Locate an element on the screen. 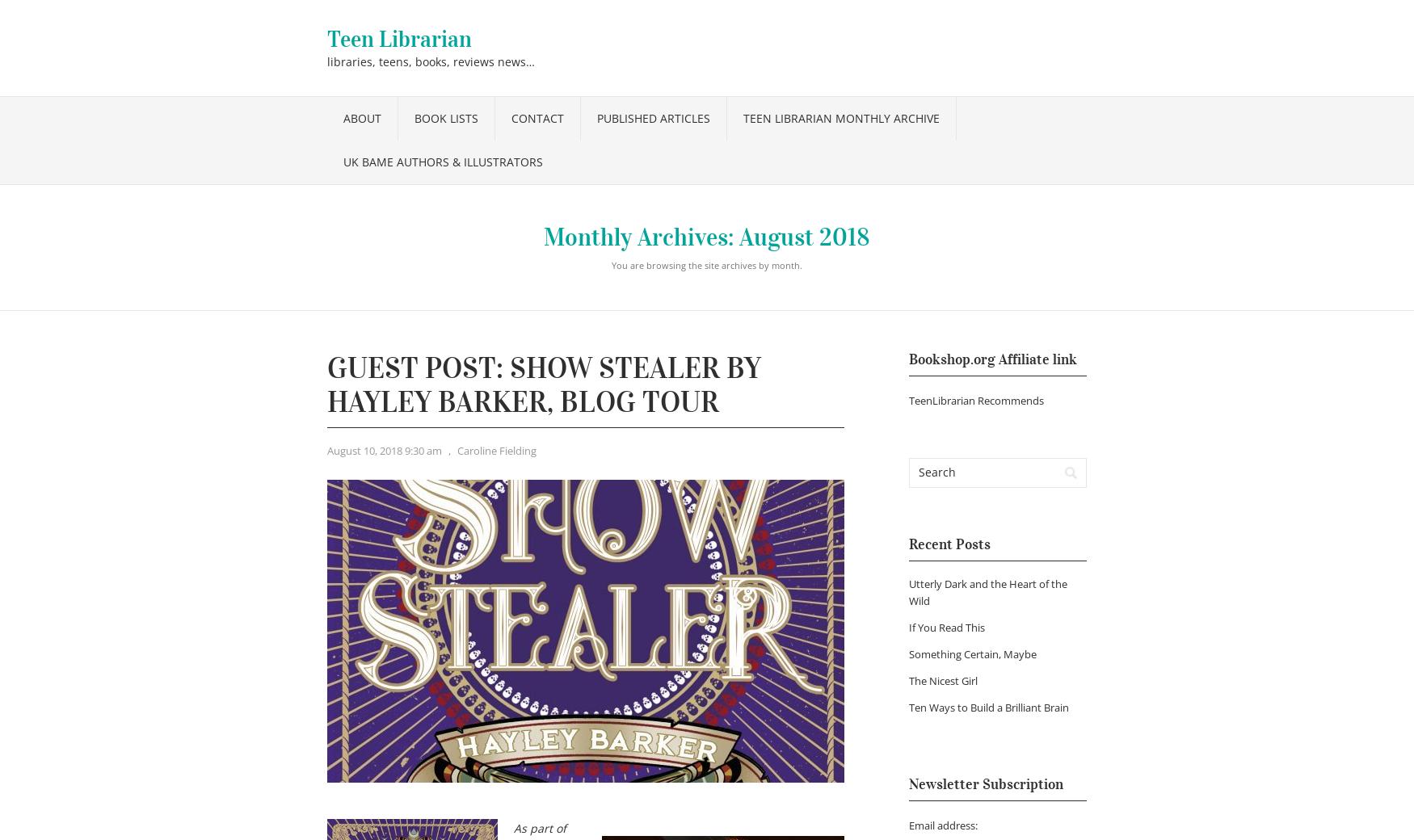 This screenshot has width=1414, height=840. 'Something Certain, Maybe' is located at coordinates (973, 653).